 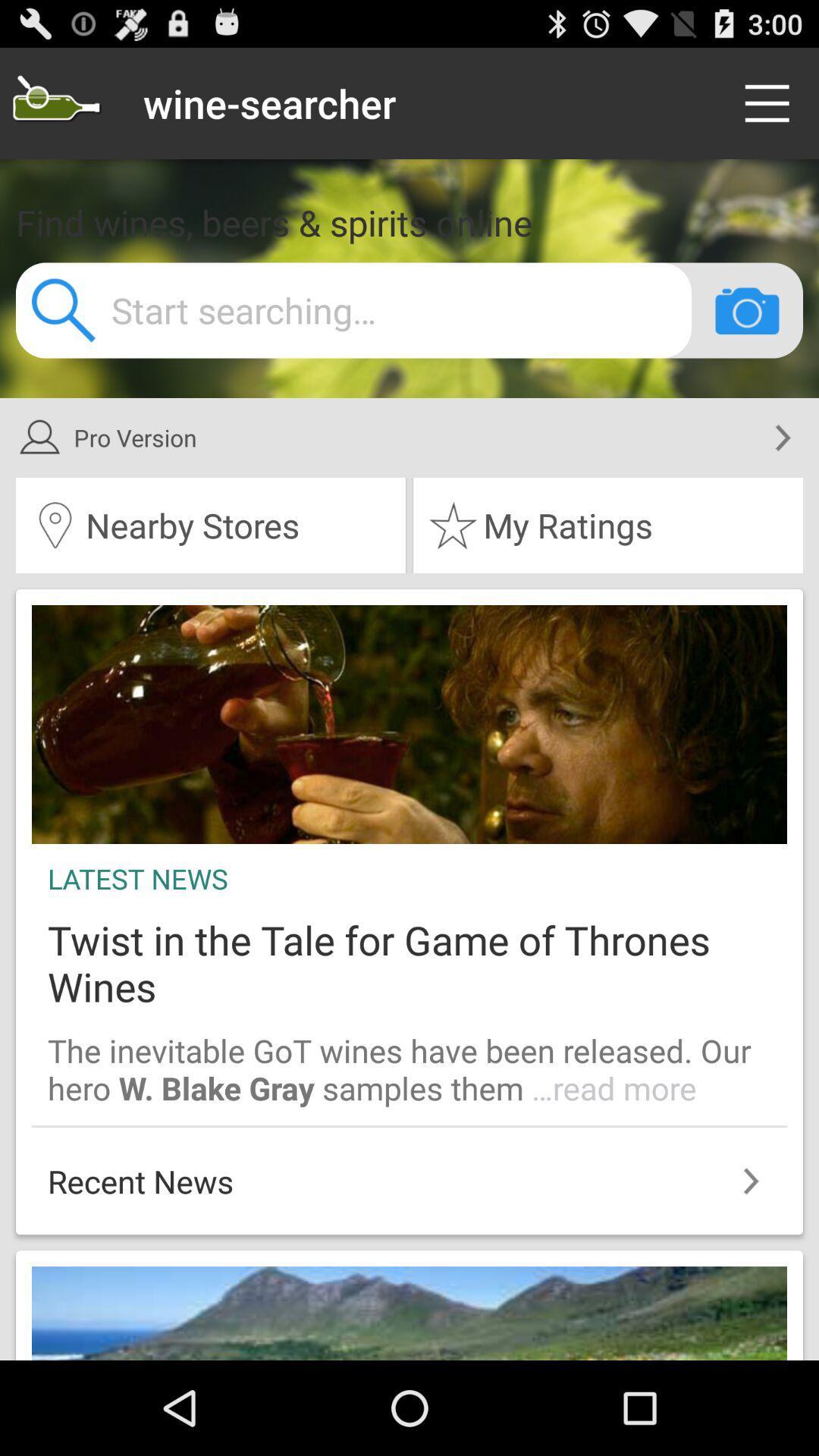 What do you see at coordinates (210, 525) in the screenshot?
I see `the icon to the left of the my ratings item` at bounding box center [210, 525].